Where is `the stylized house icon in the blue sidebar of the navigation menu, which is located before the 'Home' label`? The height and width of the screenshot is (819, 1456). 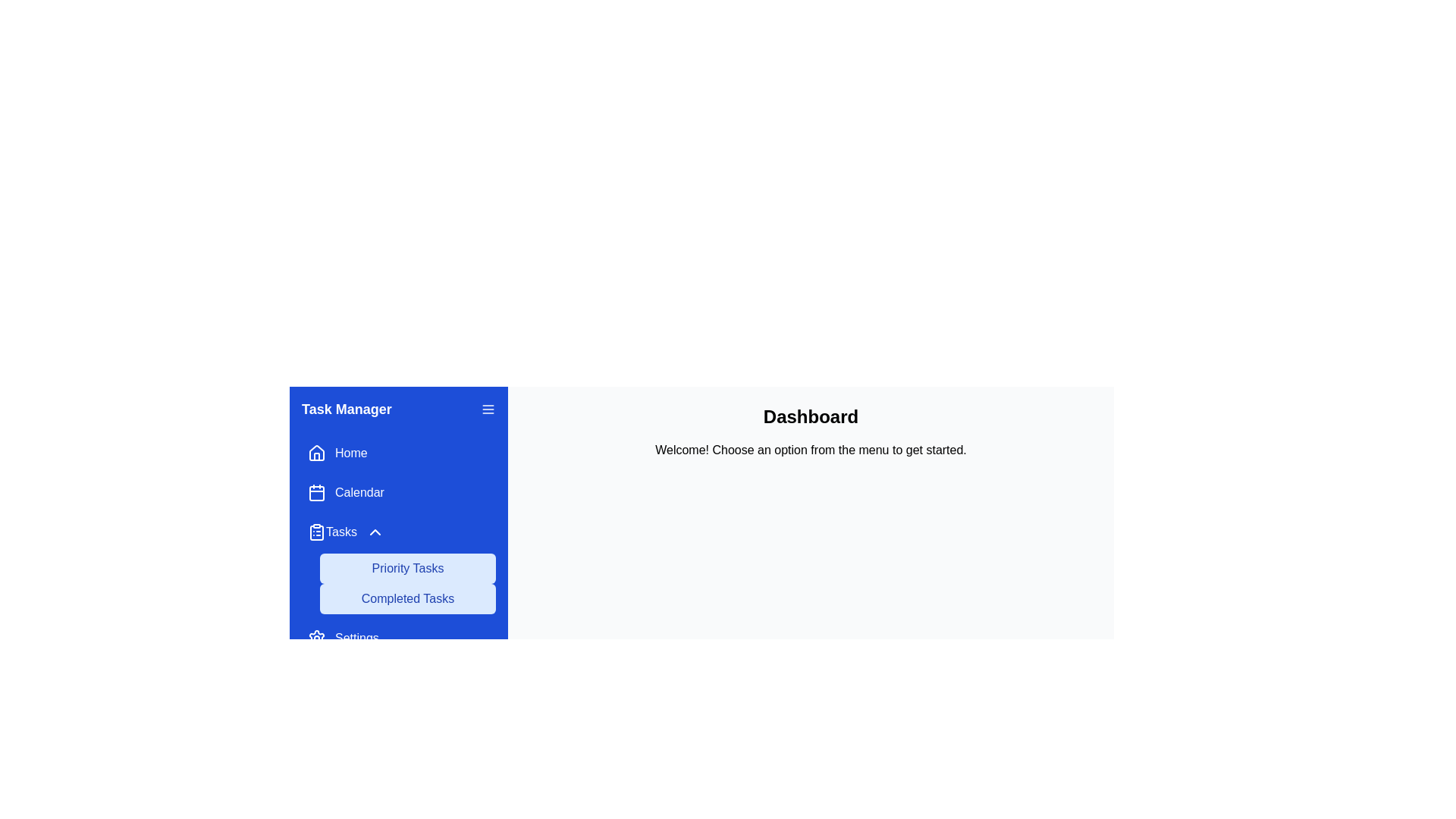
the stylized house icon in the blue sidebar of the navigation menu, which is located before the 'Home' label is located at coordinates (315, 452).